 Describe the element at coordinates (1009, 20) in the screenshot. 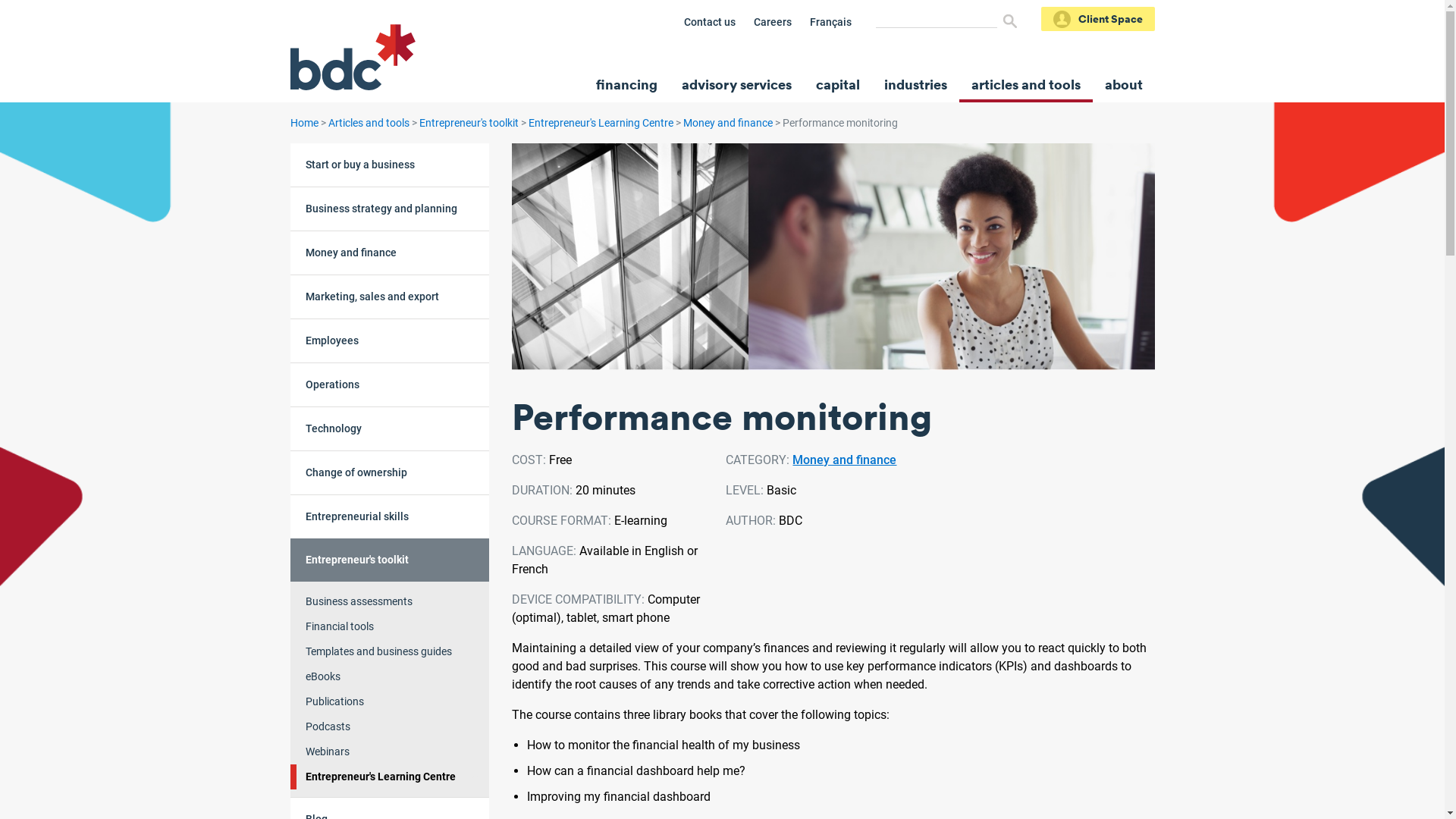

I see `'Search'` at that location.